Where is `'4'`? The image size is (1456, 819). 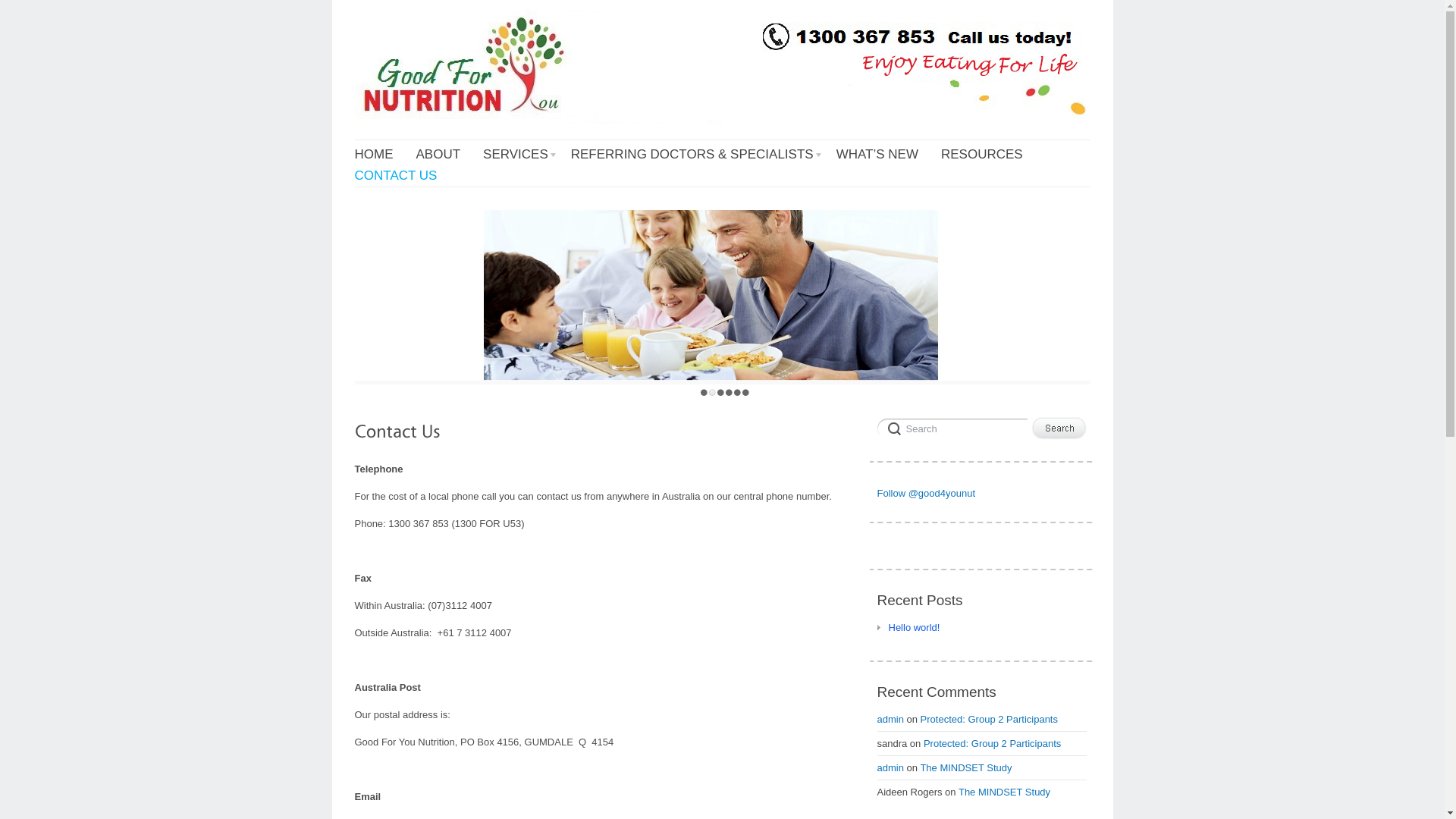 '4' is located at coordinates (729, 391).